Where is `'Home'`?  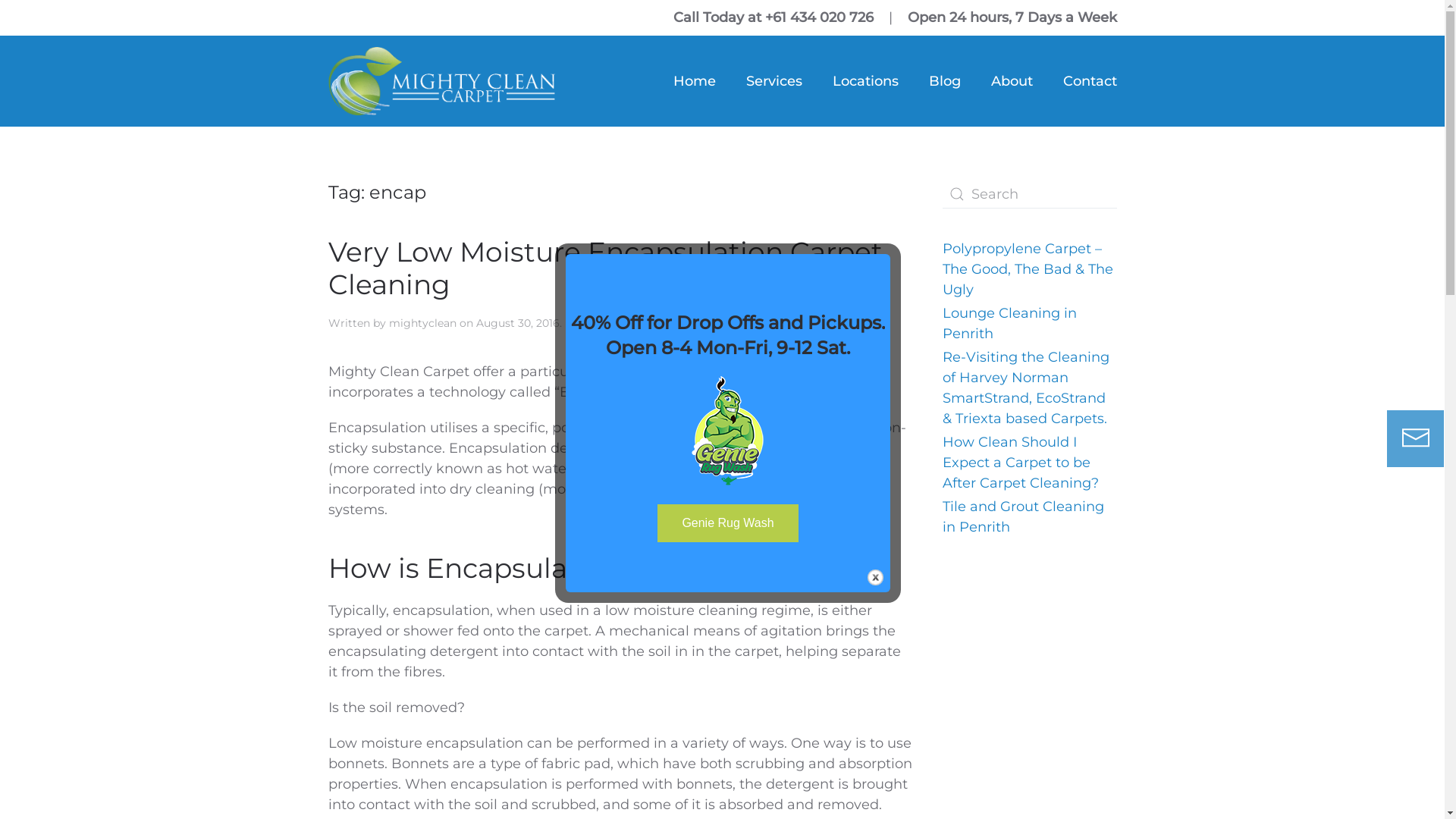
'Home' is located at coordinates (694, 81).